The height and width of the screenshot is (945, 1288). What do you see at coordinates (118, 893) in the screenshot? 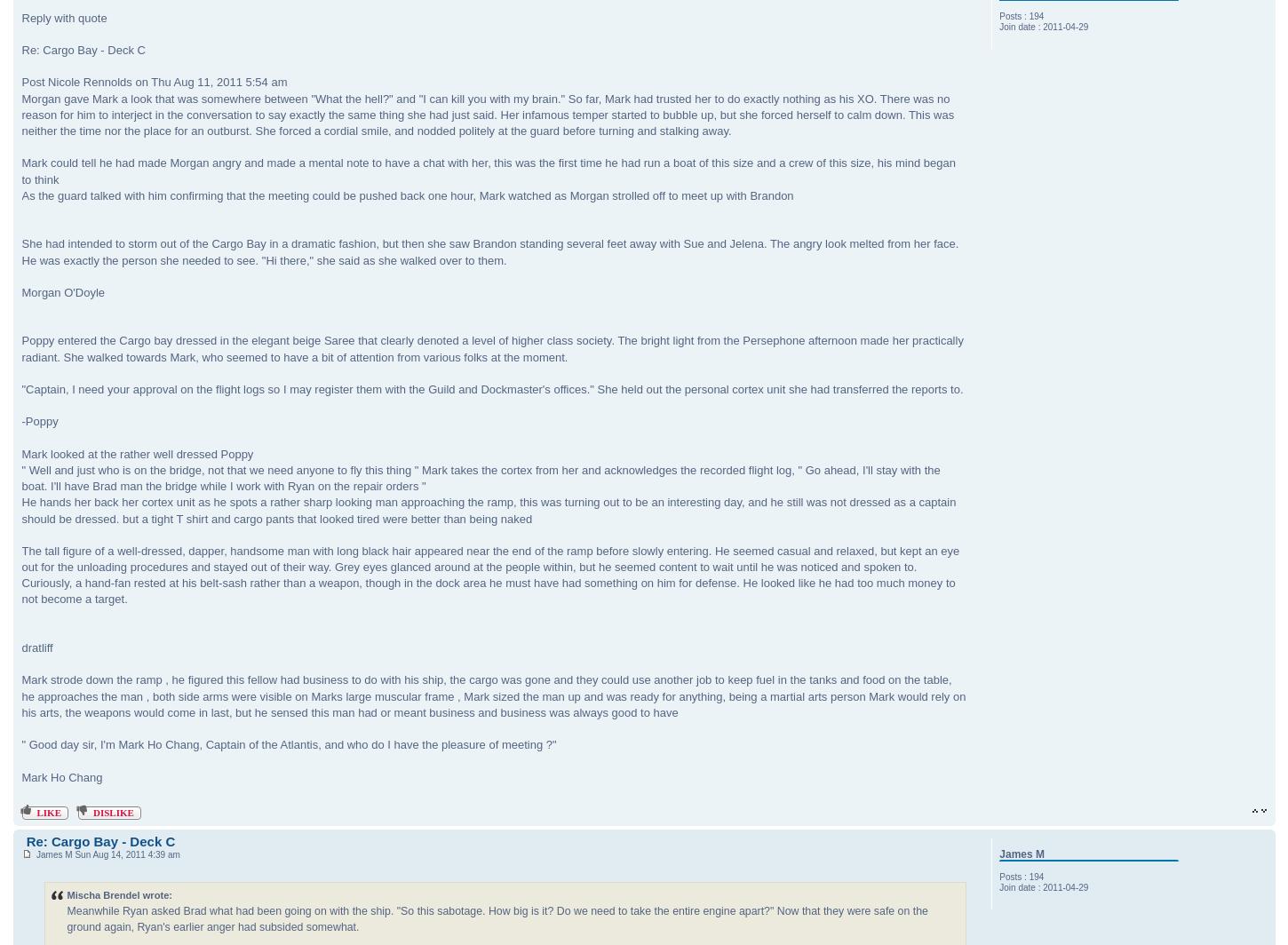
I see `'Mischa Brendel wrote:'` at bounding box center [118, 893].